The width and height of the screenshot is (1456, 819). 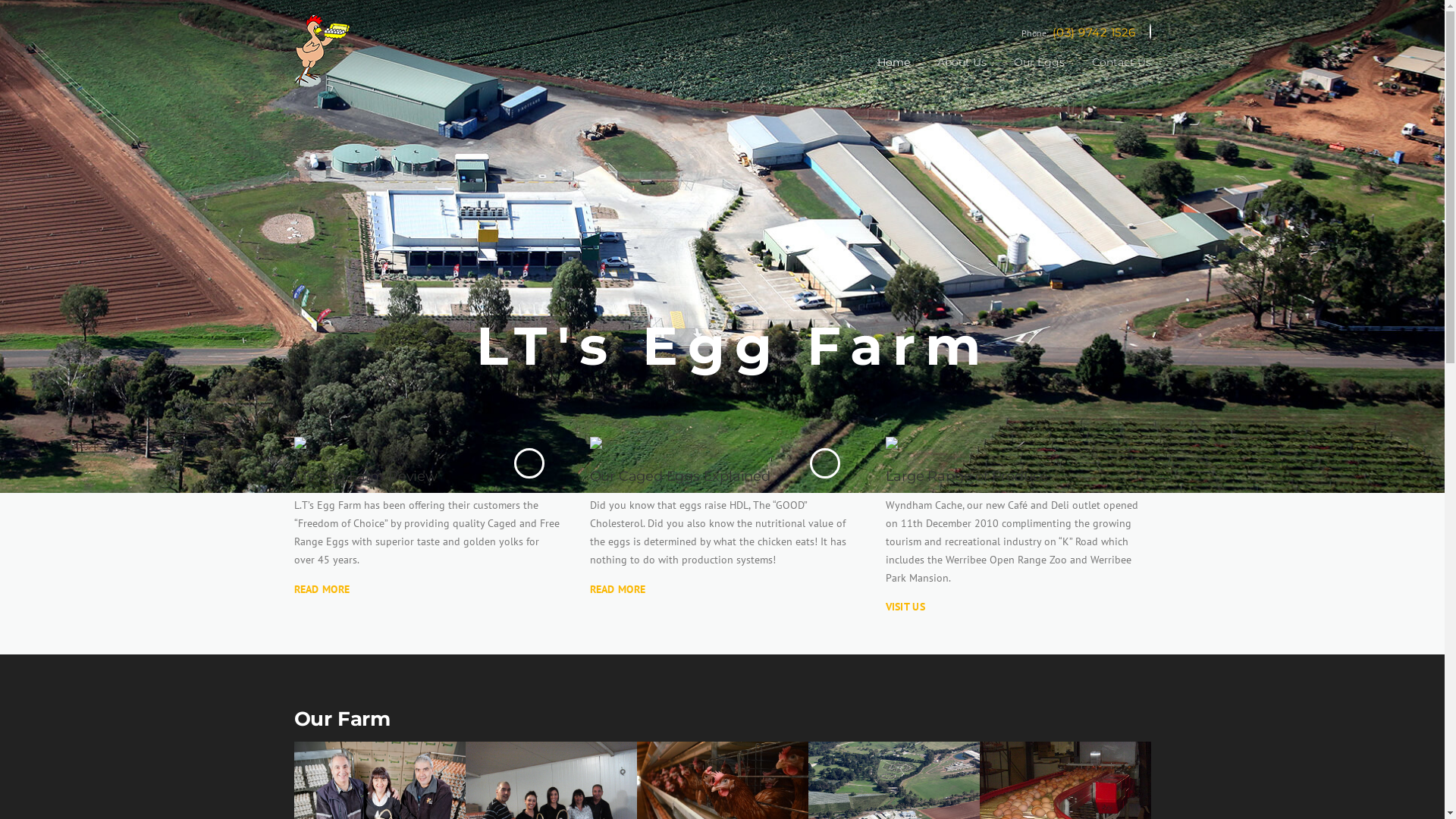 I want to click on 'Home', so click(x=893, y=73).